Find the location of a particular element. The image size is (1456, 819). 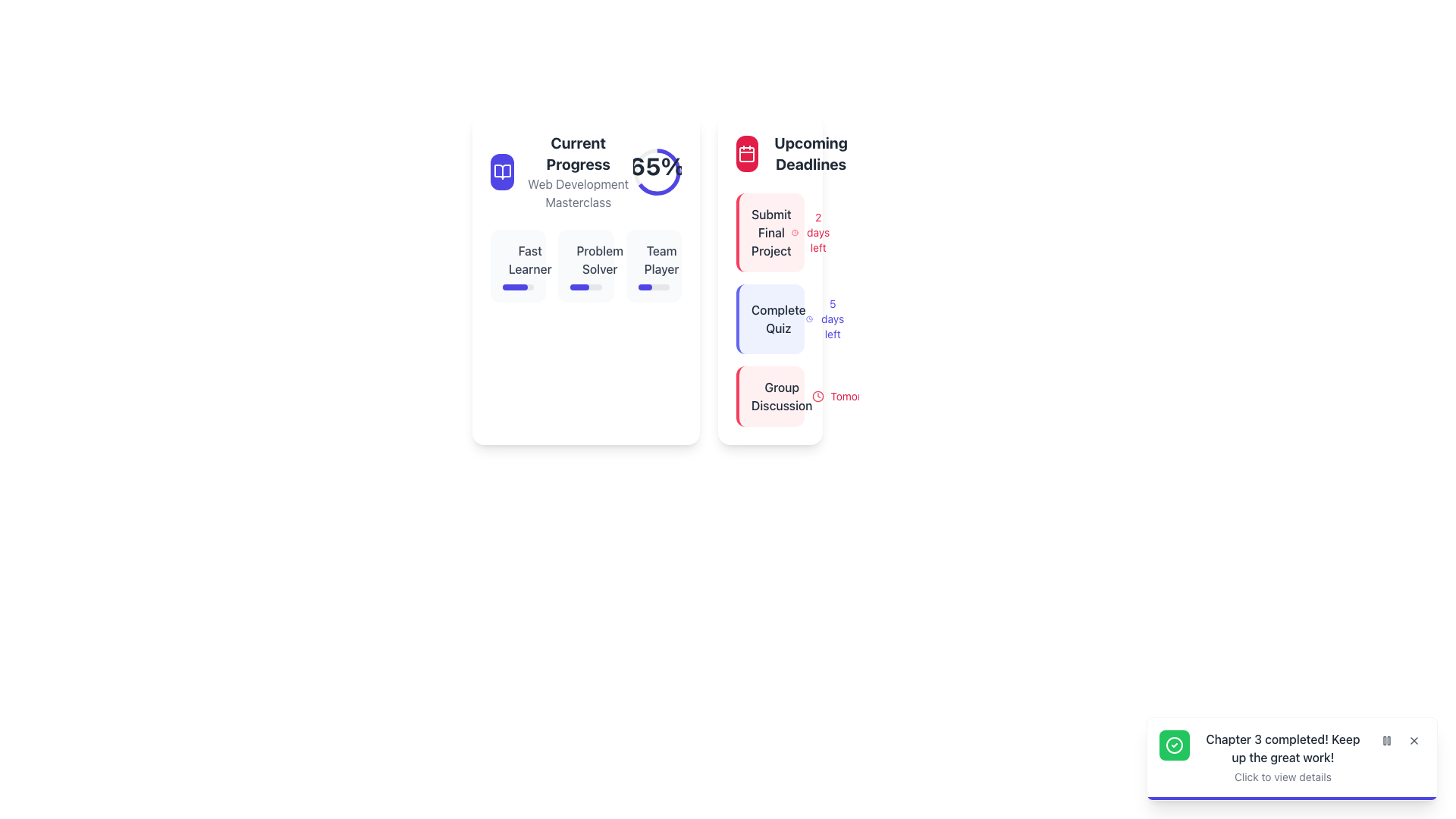

the animation of the indigo progress bar located at the bottom edge of the notification panel that displays 'Chapter 3 completed! Keep up the great work!' is located at coordinates (1276, 798).